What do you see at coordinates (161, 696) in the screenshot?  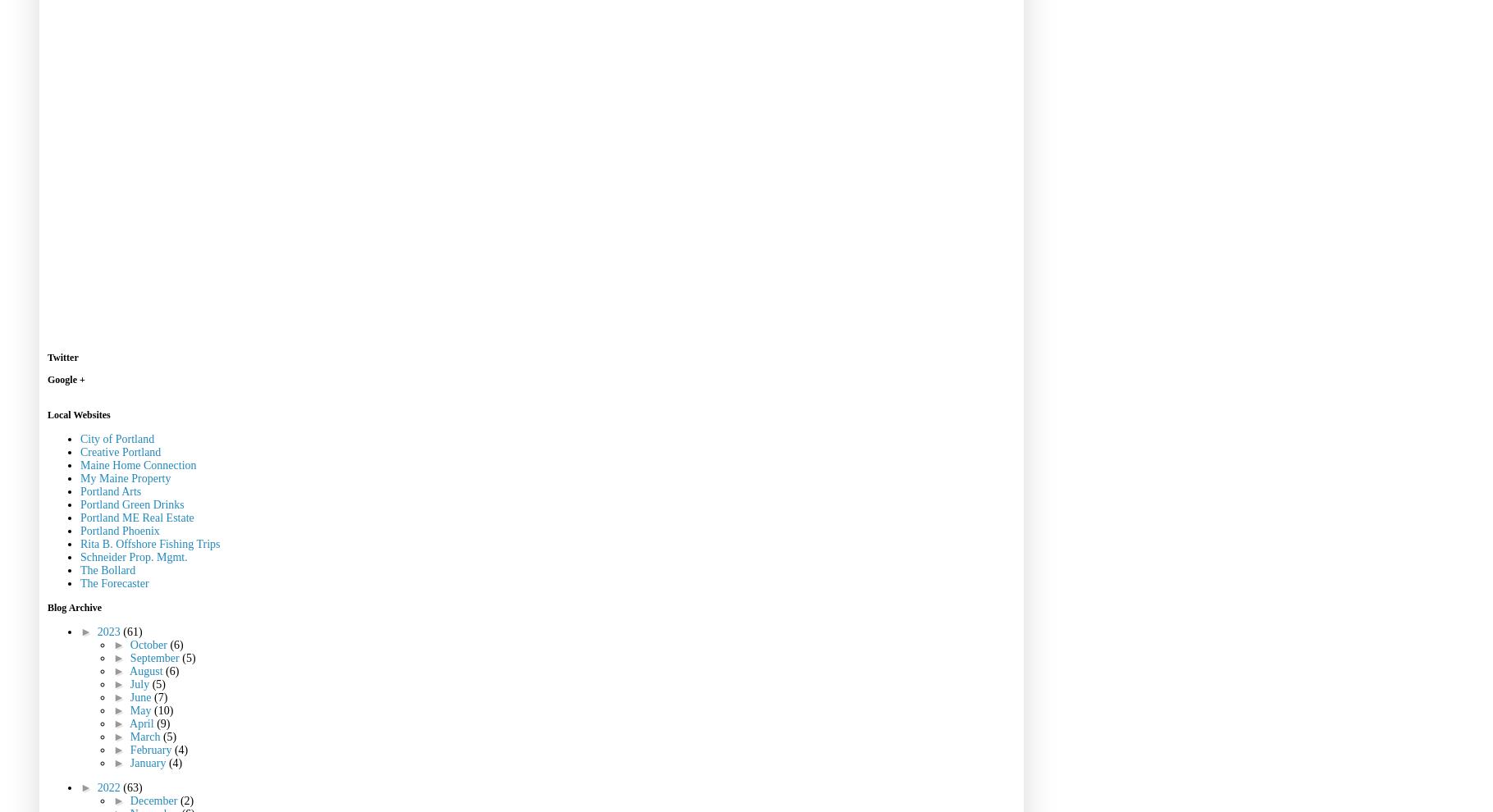 I see `'(7)'` at bounding box center [161, 696].